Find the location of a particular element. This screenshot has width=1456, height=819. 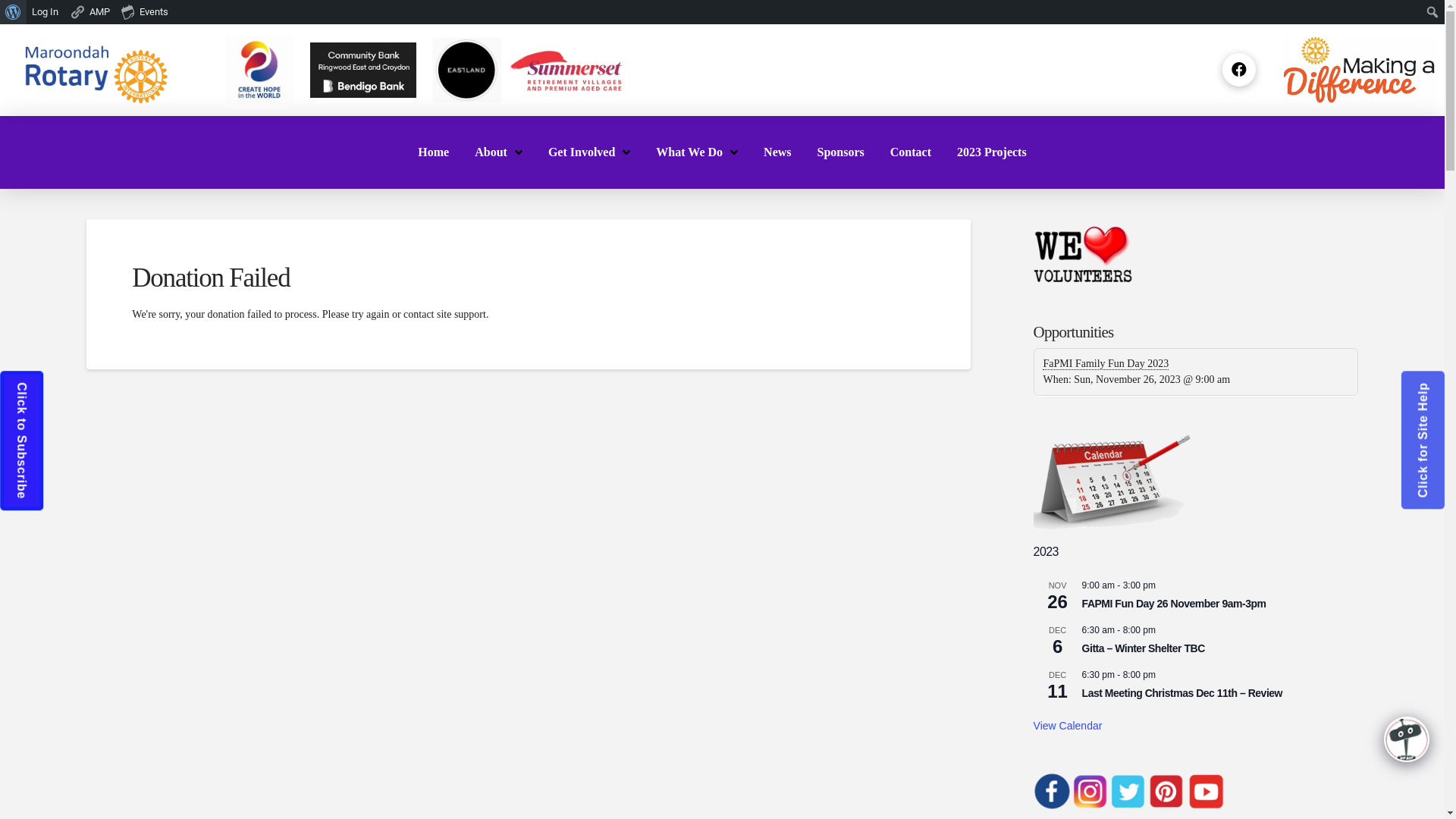

'FAPMI Fun Day 26 November 9am-3pm' is located at coordinates (1081, 603).